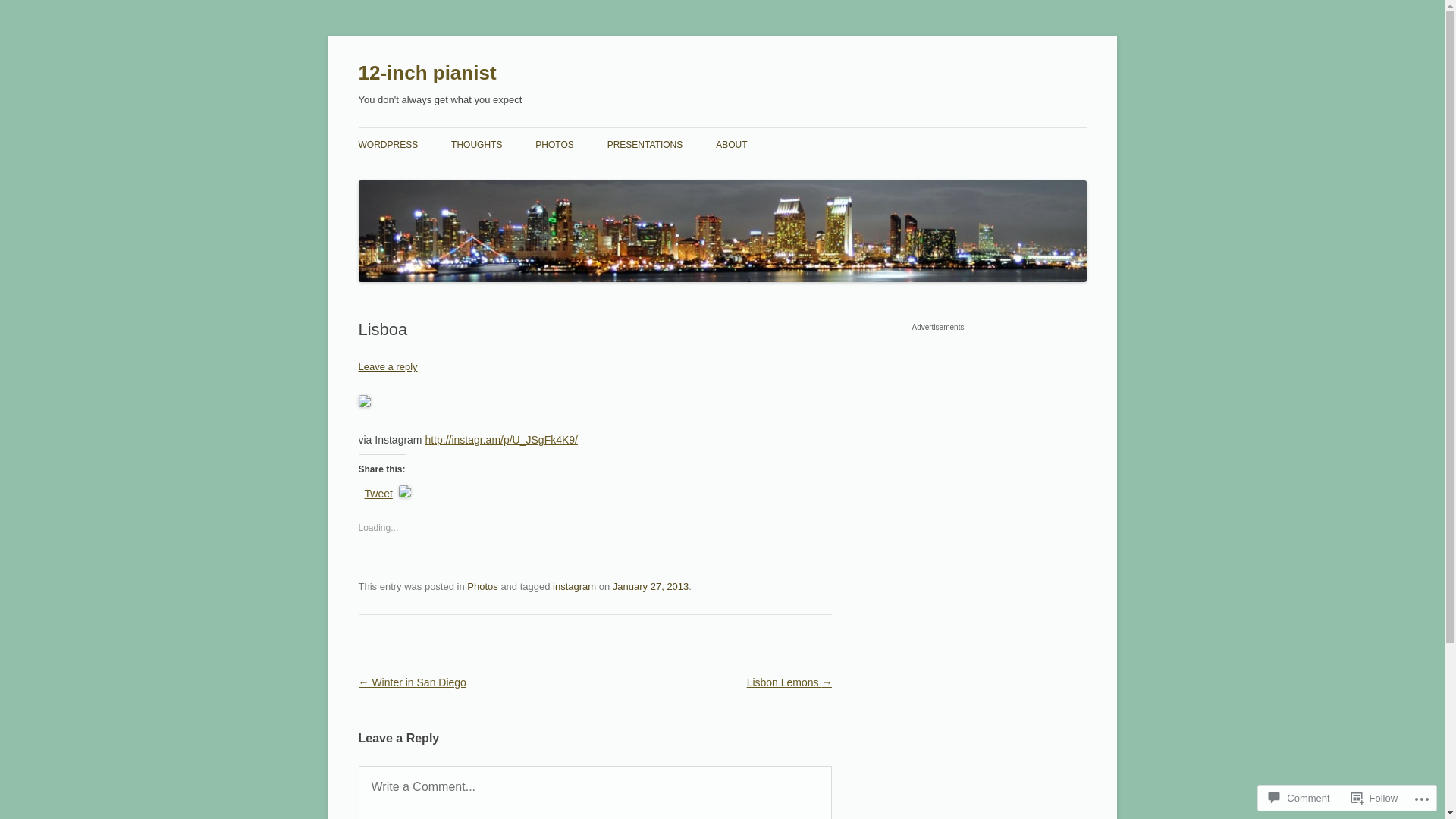 This screenshot has height=819, width=1456. Describe the element at coordinates (378, 491) in the screenshot. I see `'Tweet'` at that location.